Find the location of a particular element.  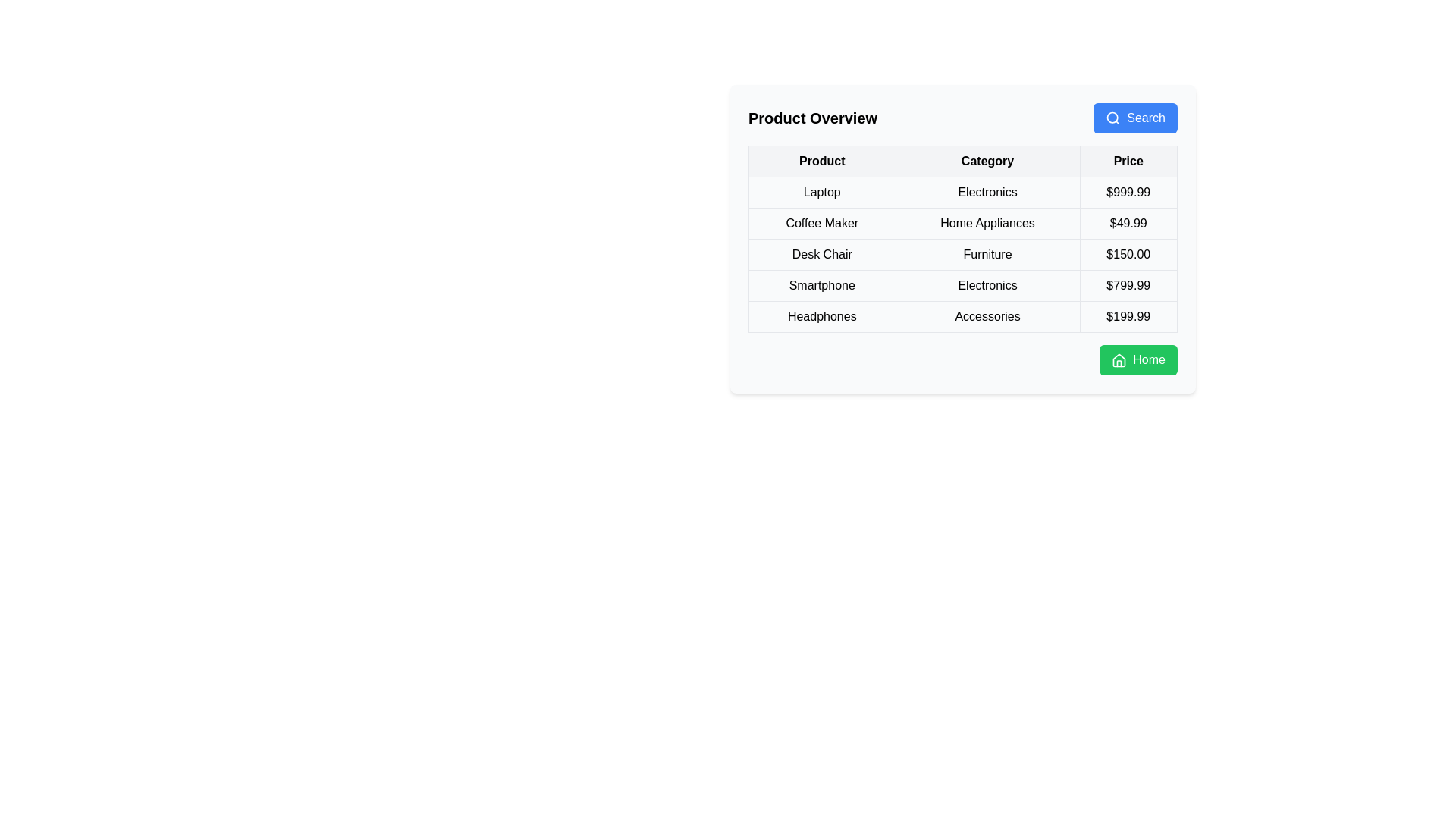

the text label displaying 'Furniture' located in the second cell of the 'Category' column under the row labeled 'Desk Chair' is located at coordinates (987, 253).